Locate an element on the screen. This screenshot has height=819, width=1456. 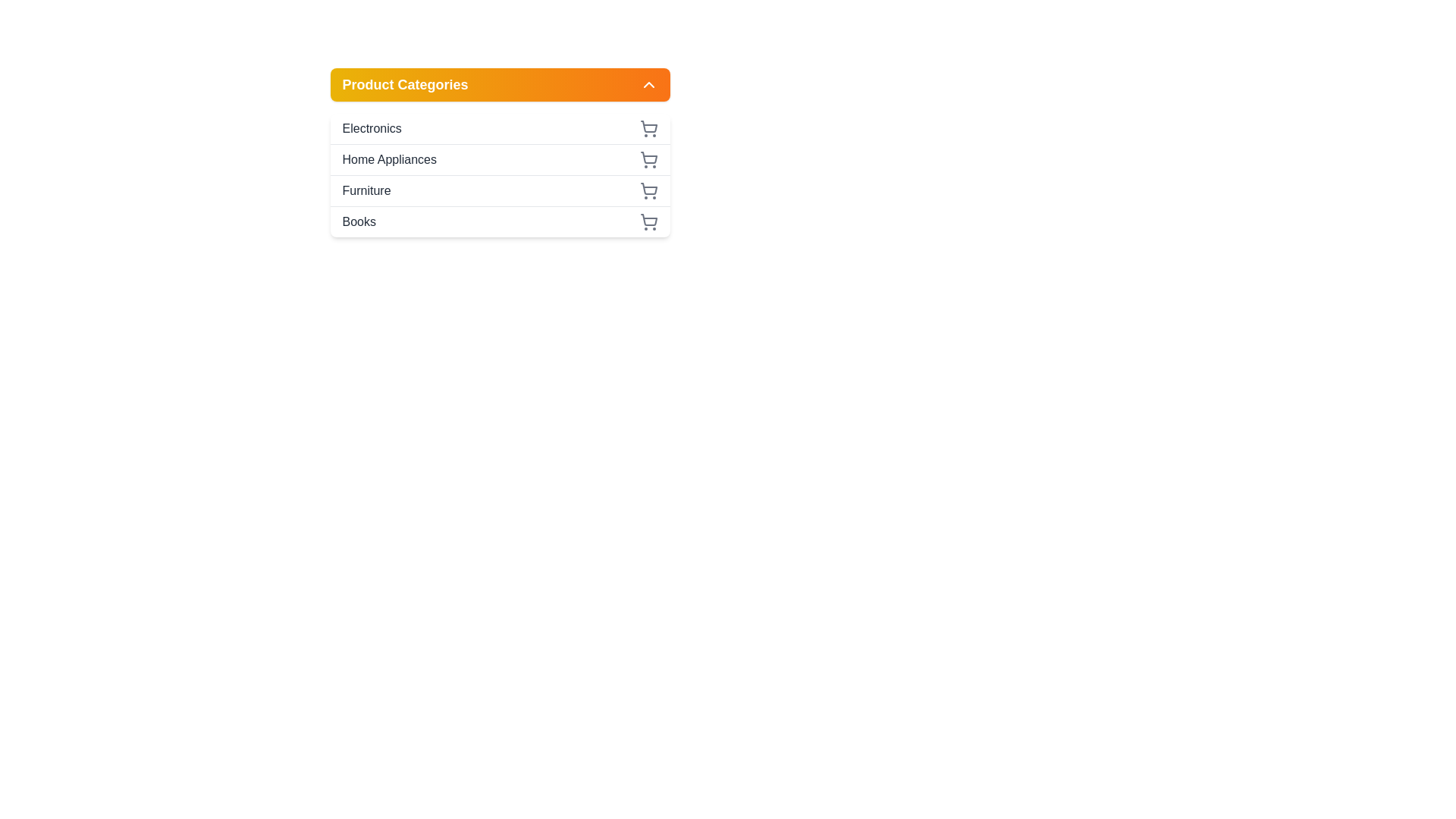
the third shopping cart icon from the top, located to the far right of the 'Furniture' label within the 'Product Categories' dropdown is located at coordinates (648, 190).